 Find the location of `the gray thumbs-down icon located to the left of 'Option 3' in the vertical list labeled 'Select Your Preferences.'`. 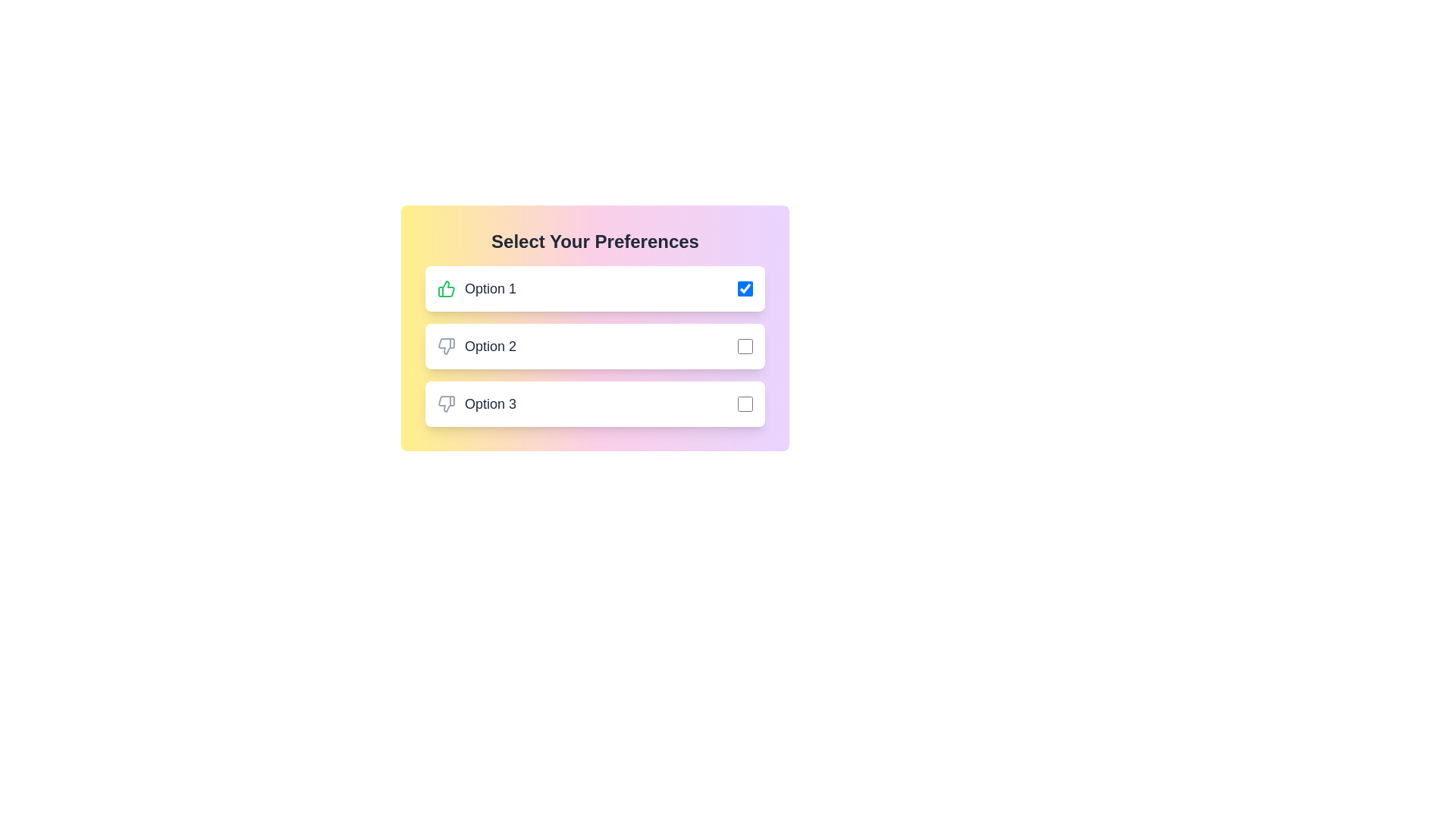

the gray thumbs-down icon located to the left of 'Option 3' in the vertical list labeled 'Select Your Preferences.' is located at coordinates (446, 403).